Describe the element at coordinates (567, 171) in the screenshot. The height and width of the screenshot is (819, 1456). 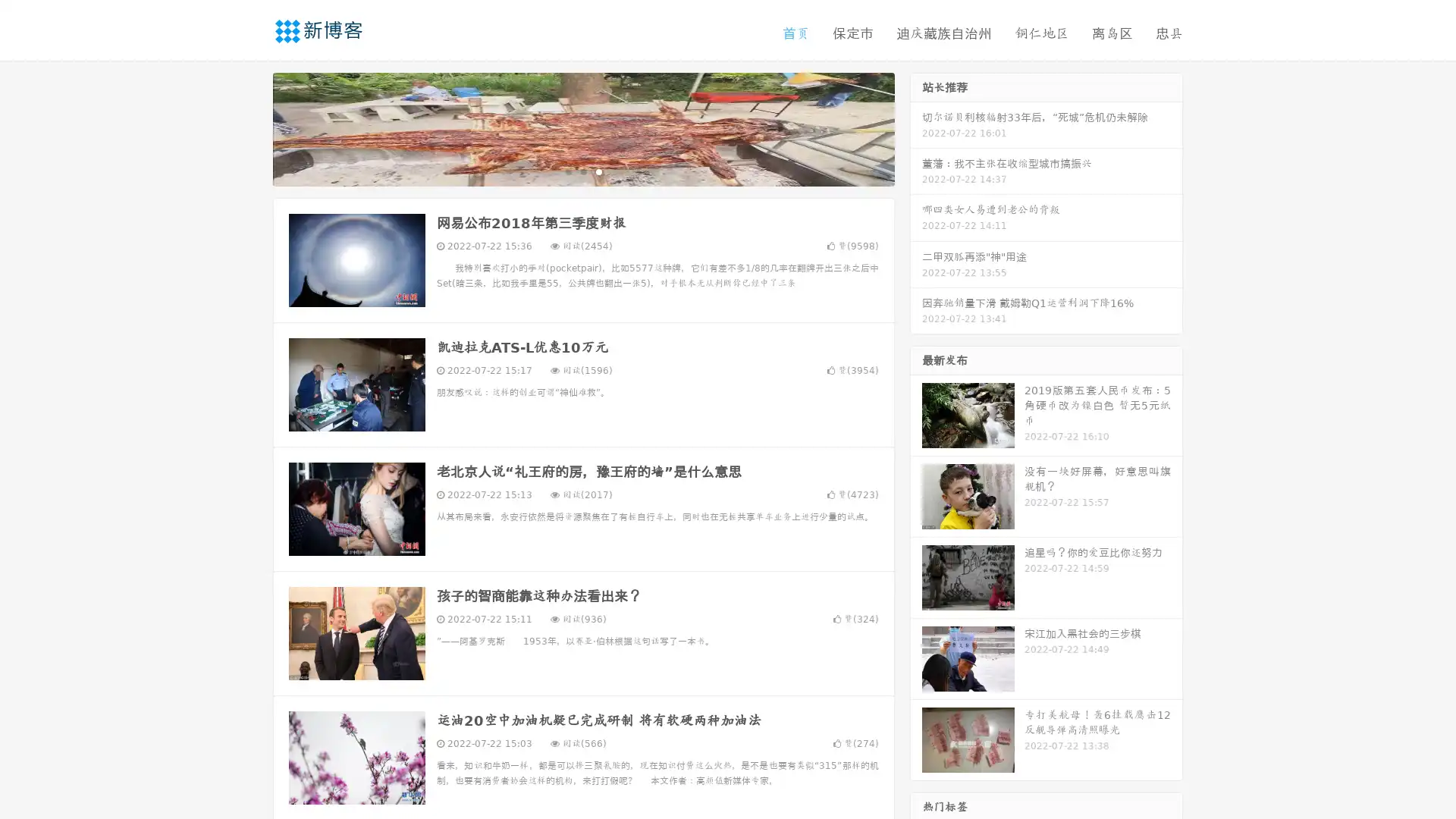
I see `Go to slide 1` at that location.